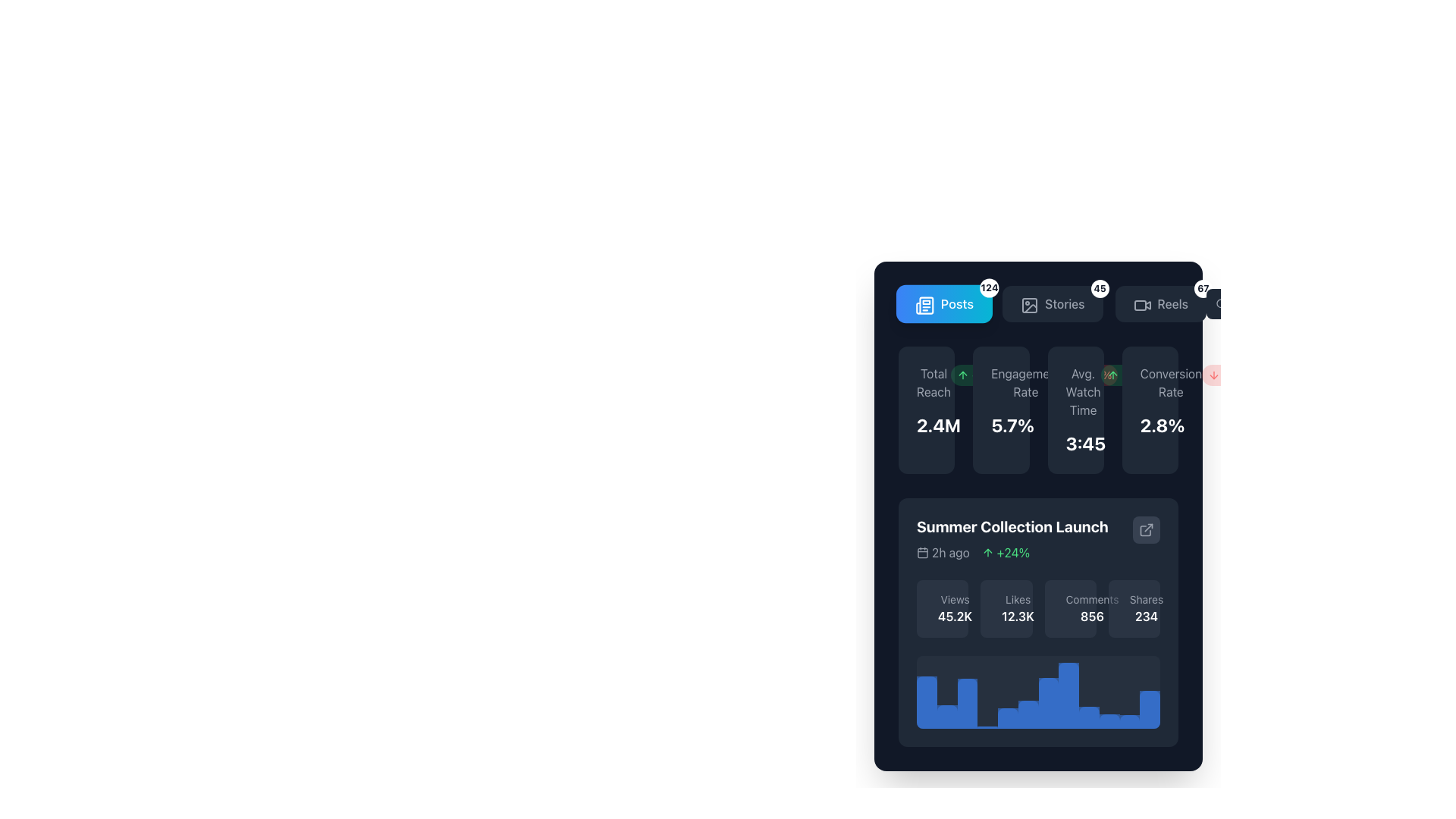  I want to click on the calendar icon, which is characterized by its box-like structure and grid-like pattern, located to the left of the text '2h ago', so click(922, 553).